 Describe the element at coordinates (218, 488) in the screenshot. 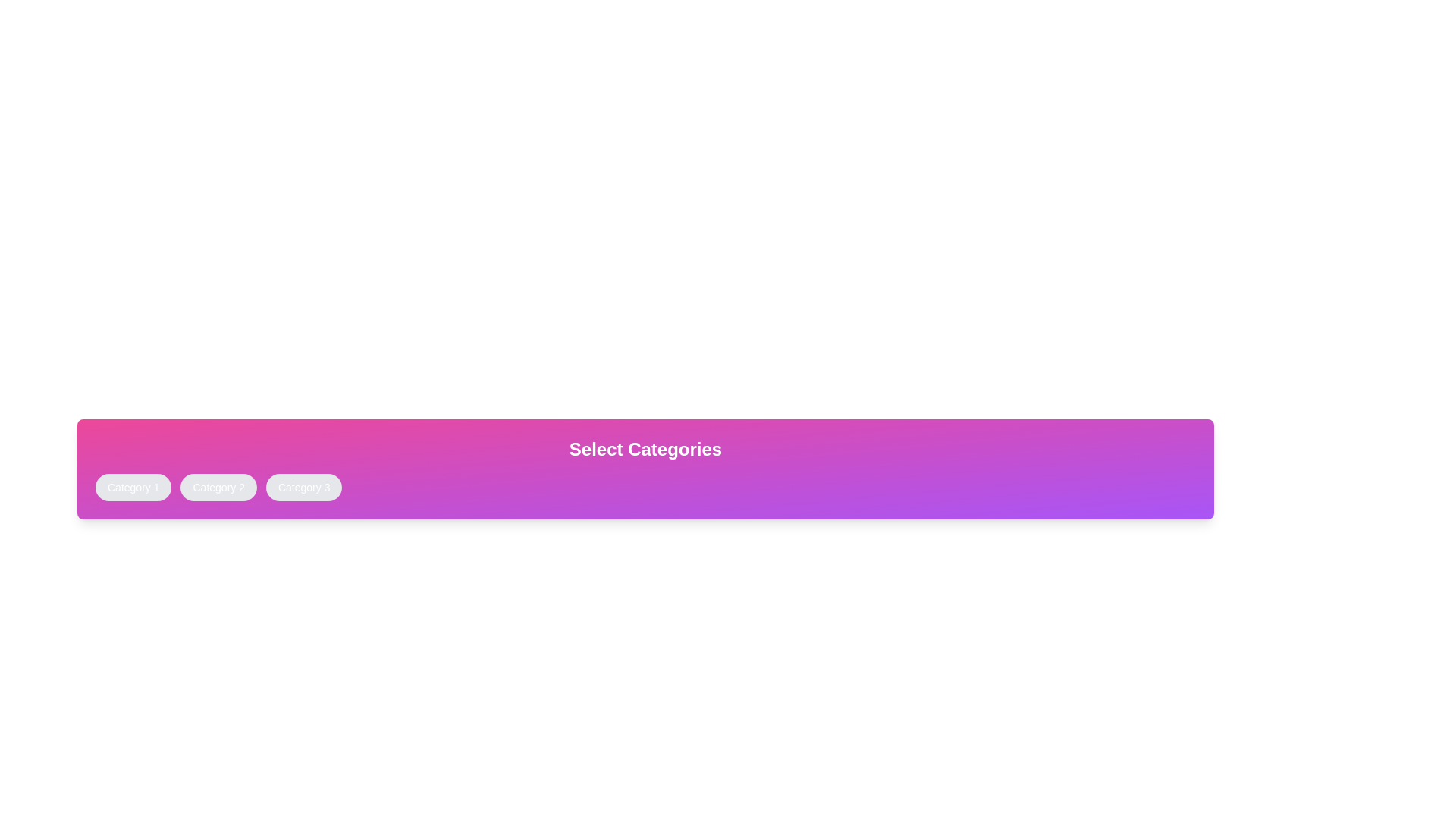

I see `the button corresponding to Category 2 to toggle its active state` at that location.